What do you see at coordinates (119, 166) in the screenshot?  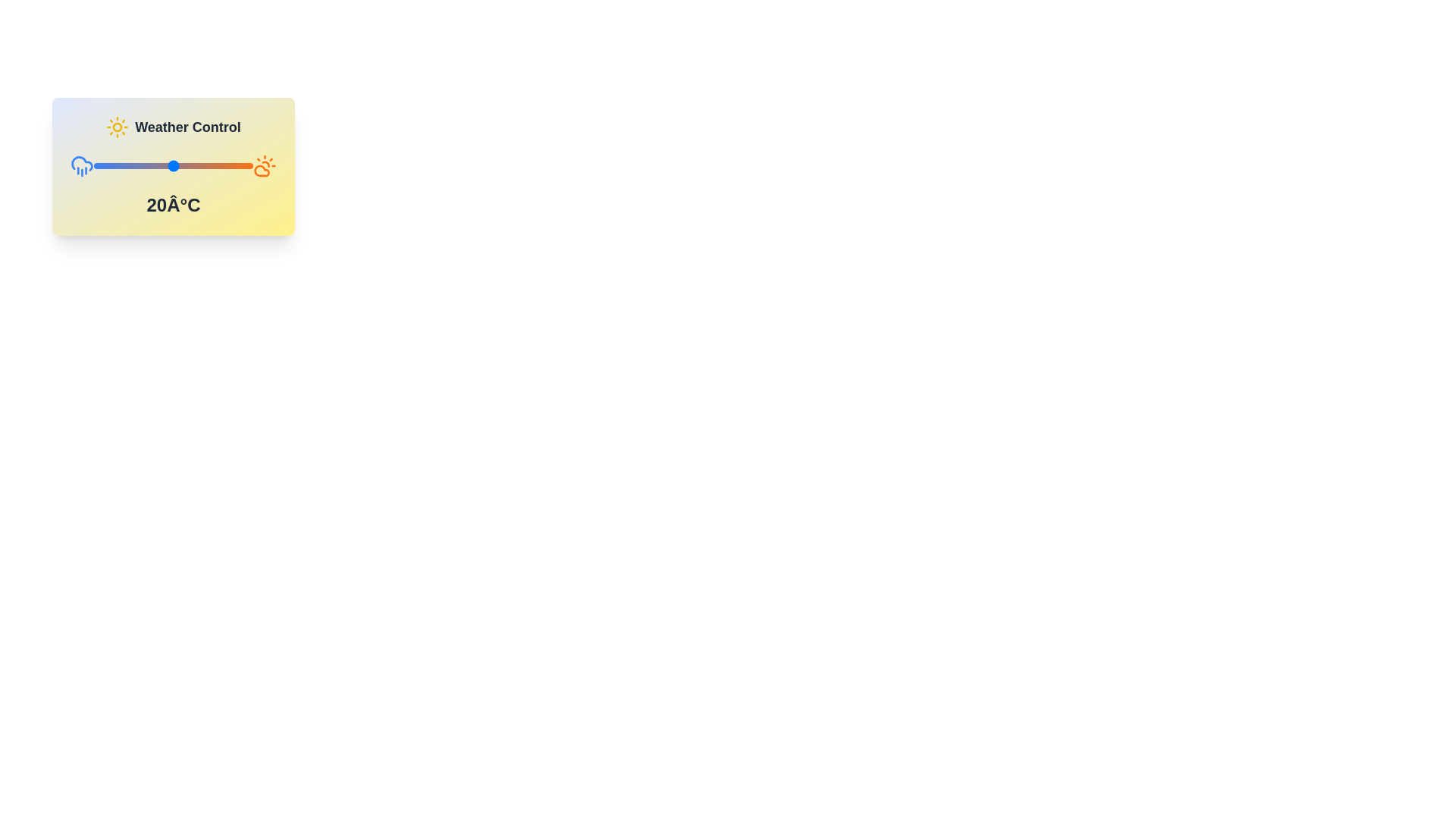 I see `the temperature slider to 0 degrees Celsius` at bounding box center [119, 166].